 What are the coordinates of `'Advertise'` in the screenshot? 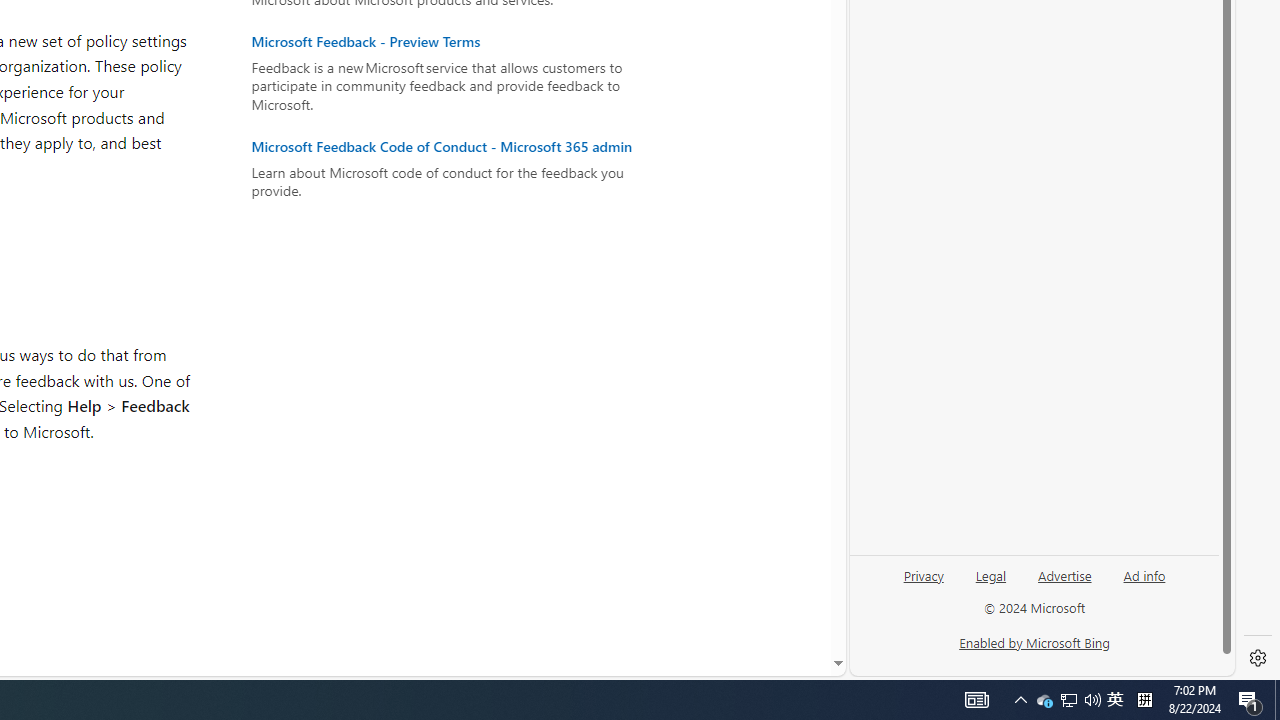 It's located at (1063, 574).